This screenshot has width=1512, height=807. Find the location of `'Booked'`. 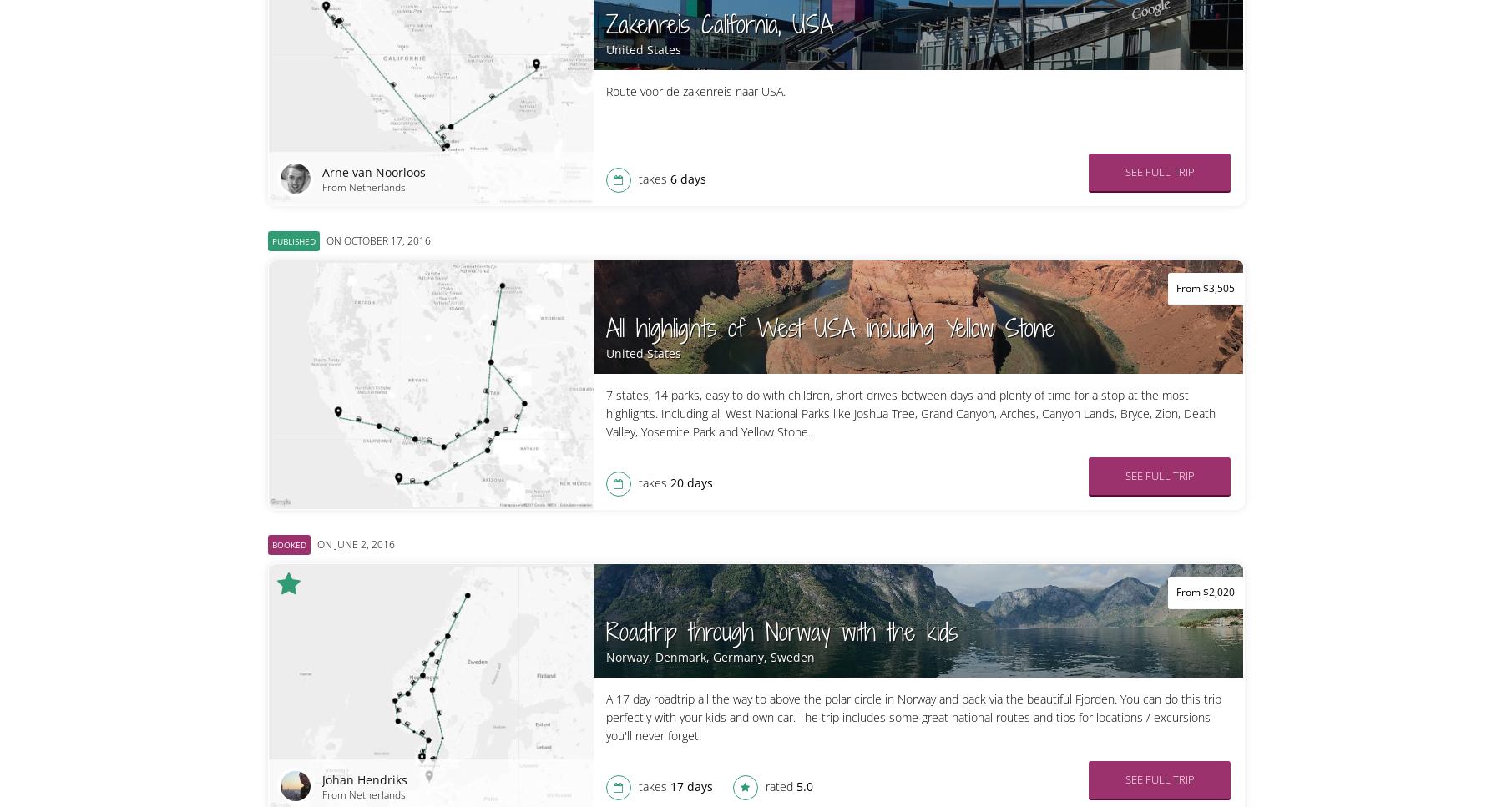

'Booked' is located at coordinates (287, 544).